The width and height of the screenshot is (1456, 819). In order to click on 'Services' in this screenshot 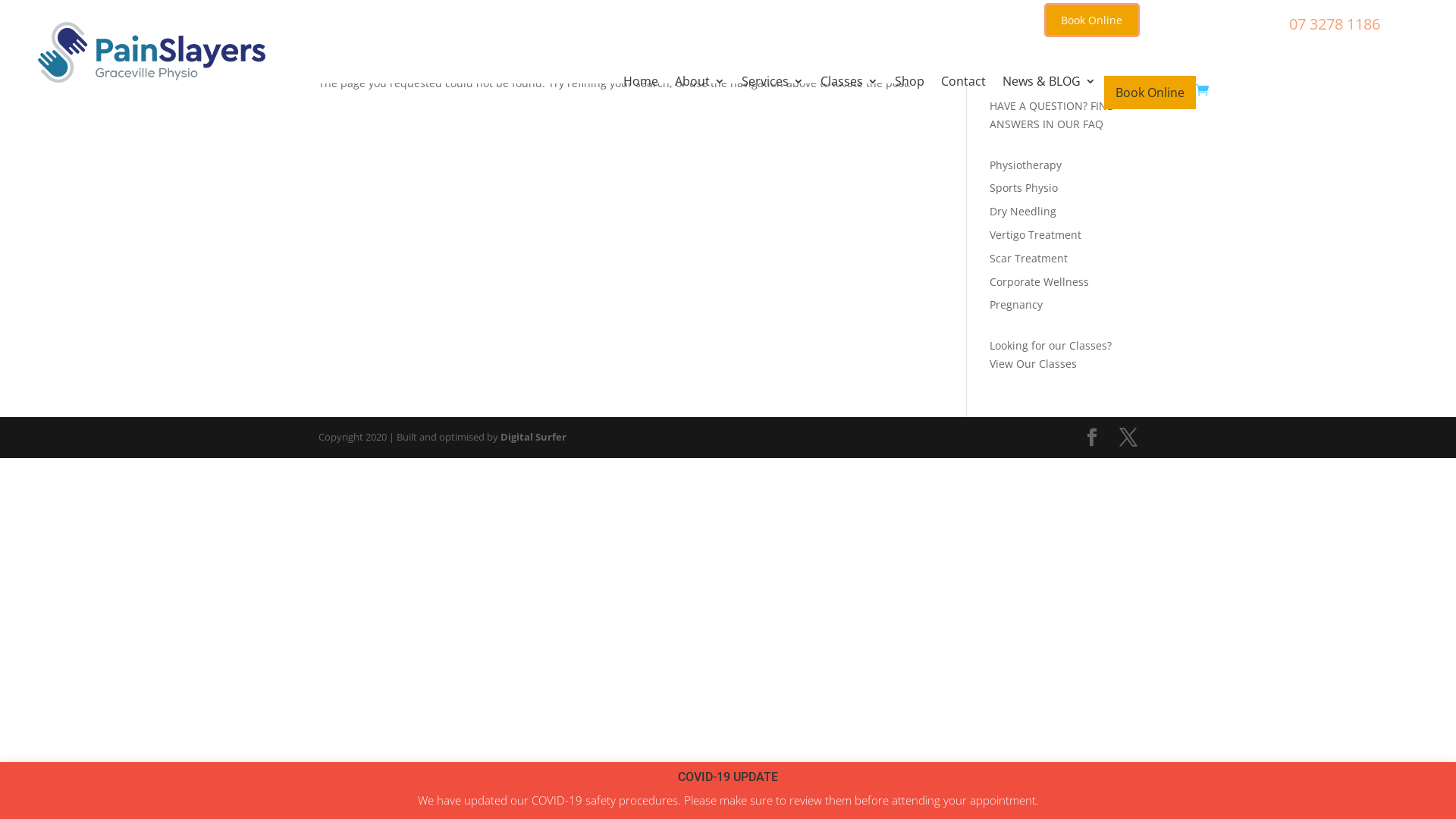, I will do `click(772, 93)`.